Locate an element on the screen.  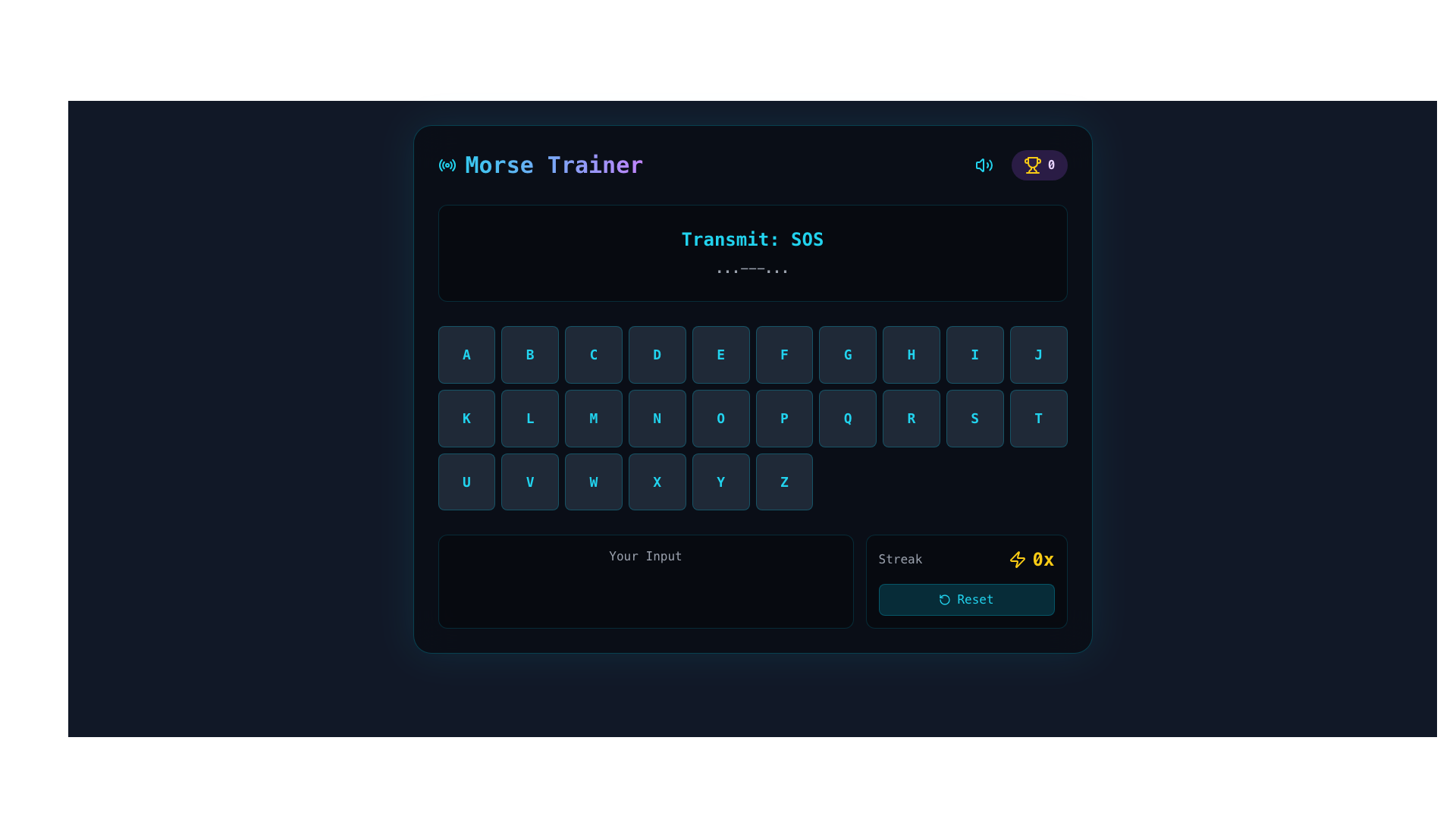
the button representing the letter 'P' located in the third row and sixth column of the grid layout to trigger the hover effect is located at coordinates (784, 418).